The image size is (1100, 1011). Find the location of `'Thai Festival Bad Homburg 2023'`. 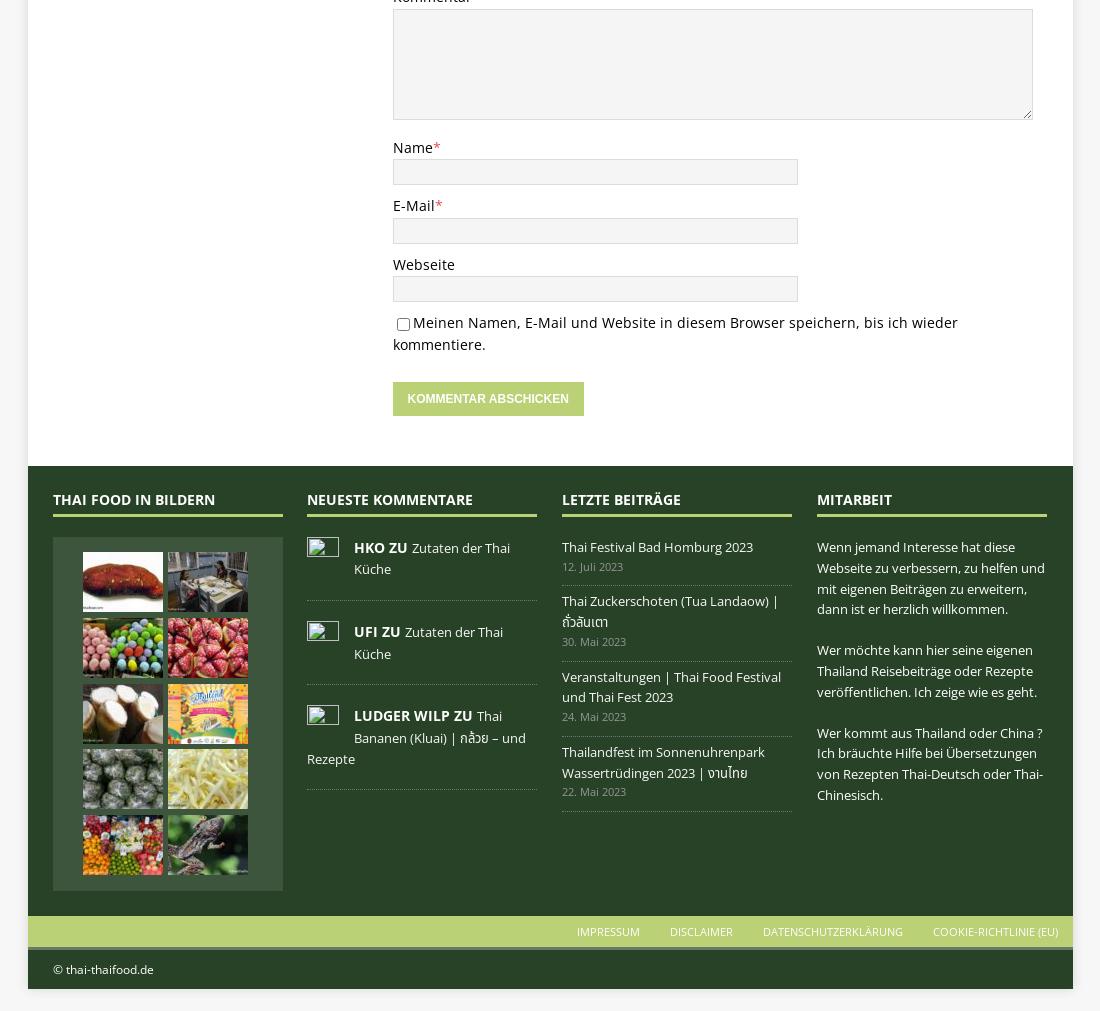

'Thai Festival Bad Homburg 2023' is located at coordinates (657, 546).